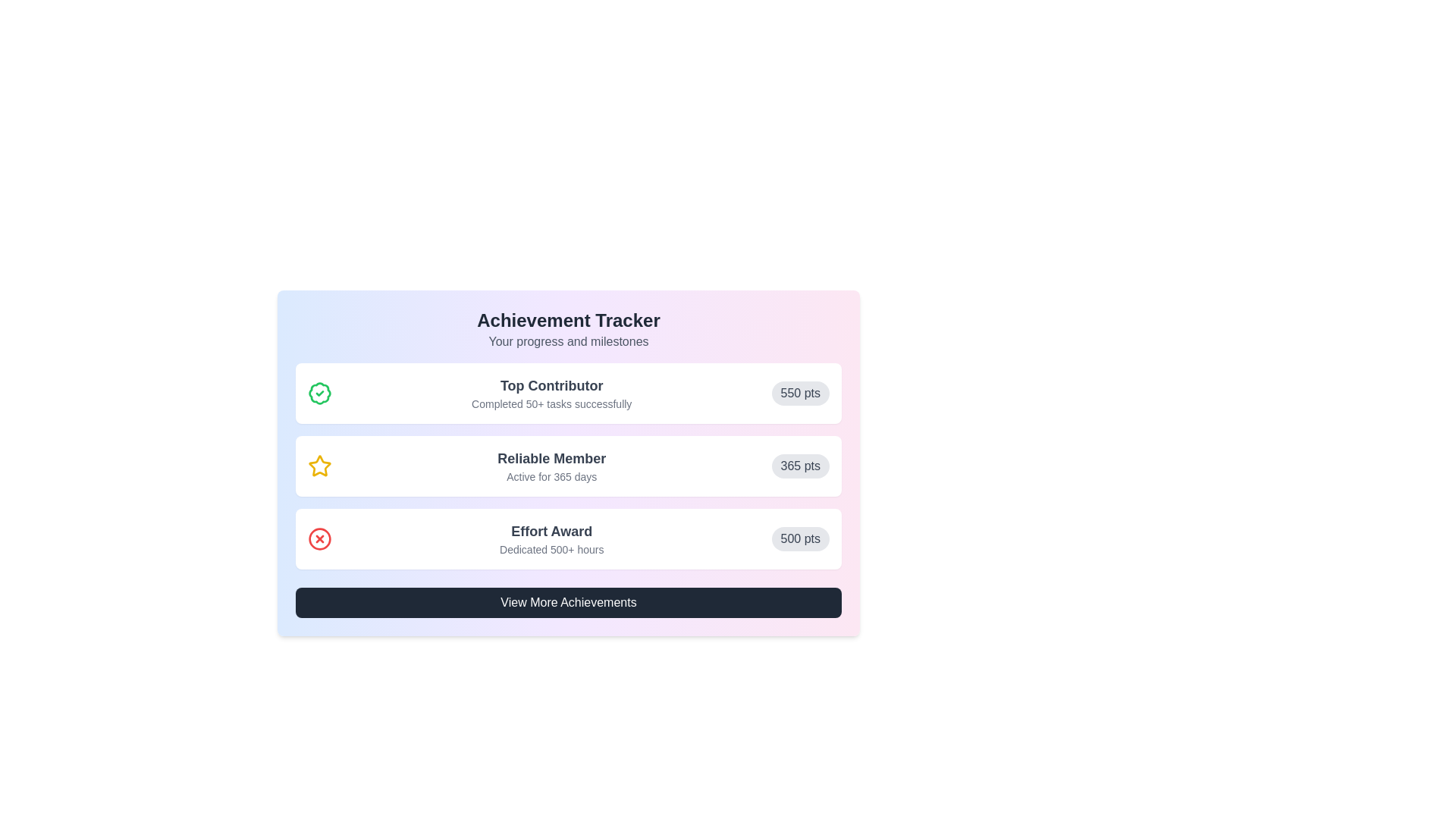 This screenshot has width=1456, height=819. Describe the element at coordinates (319, 538) in the screenshot. I see `the error icon indicating the status of the 'Effort Award' achievement, located in the third section of the achievements list, aligned with 'Dedicated 500+ hours' and '500 pts'` at that location.